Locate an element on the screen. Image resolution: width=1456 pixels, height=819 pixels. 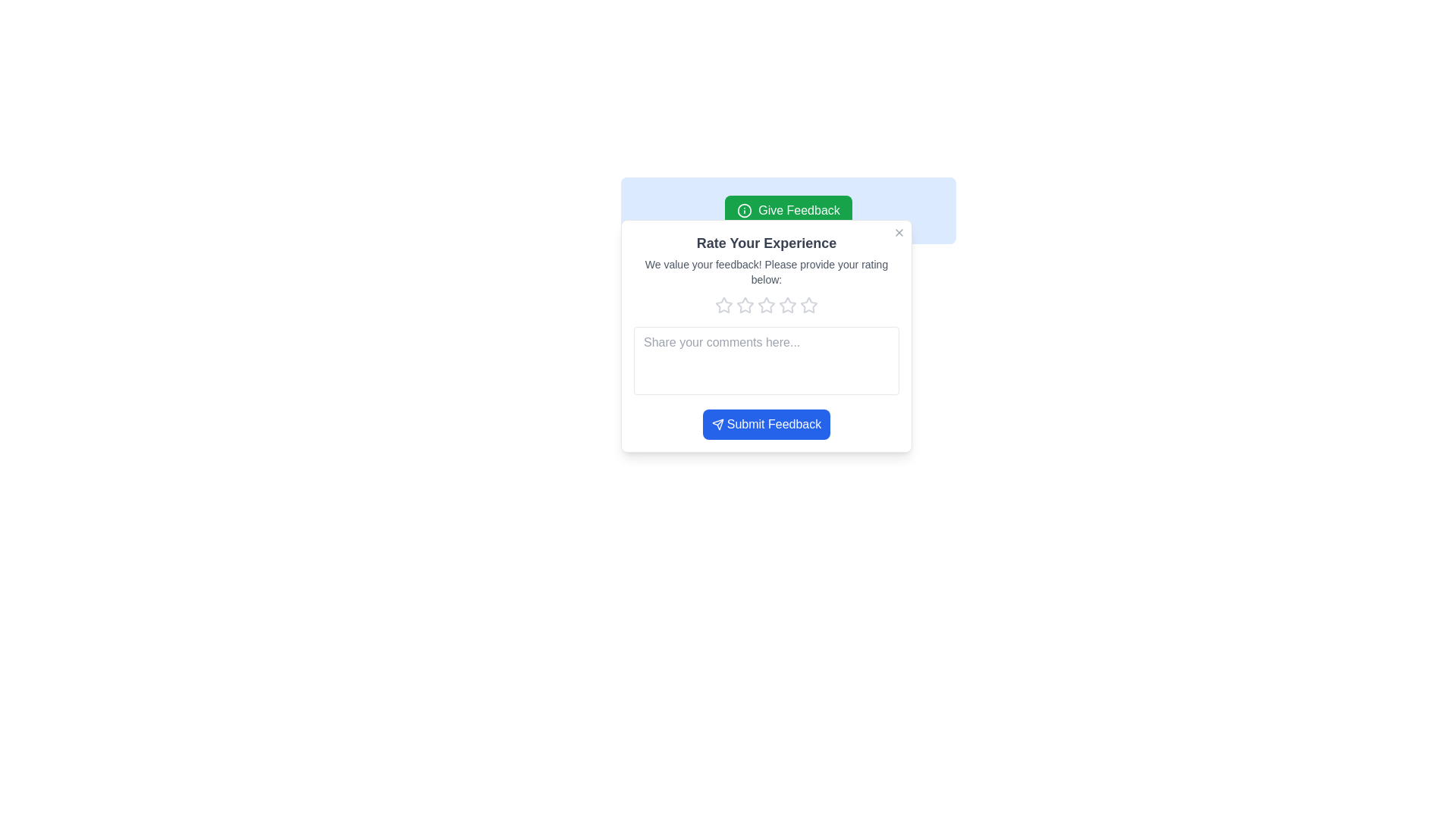
the third gray star icon in the 'Rate Your Experience' popup to visualize a potential selection is located at coordinates (787, 305).